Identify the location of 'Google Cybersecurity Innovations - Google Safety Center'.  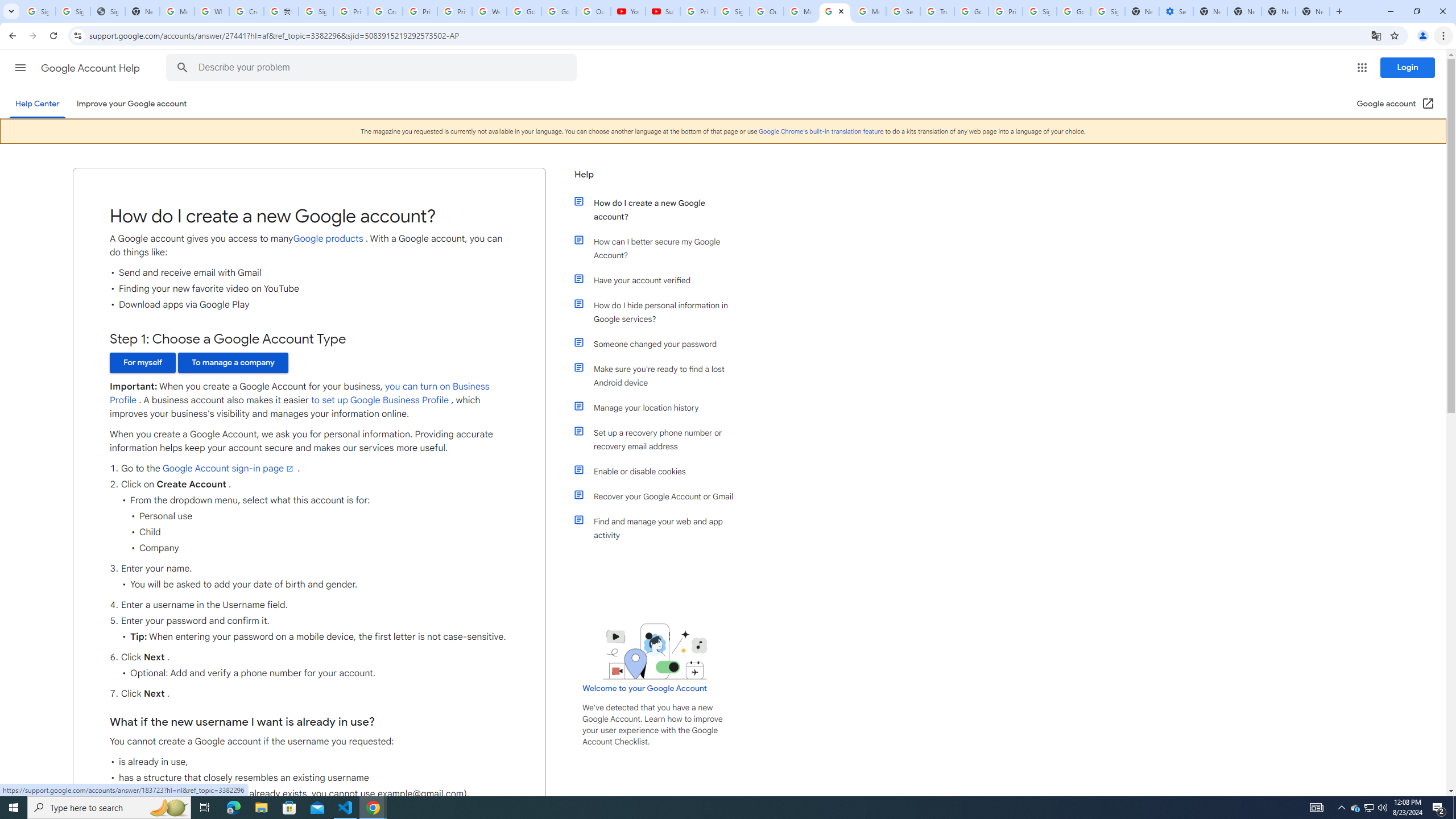
(1073, 11).